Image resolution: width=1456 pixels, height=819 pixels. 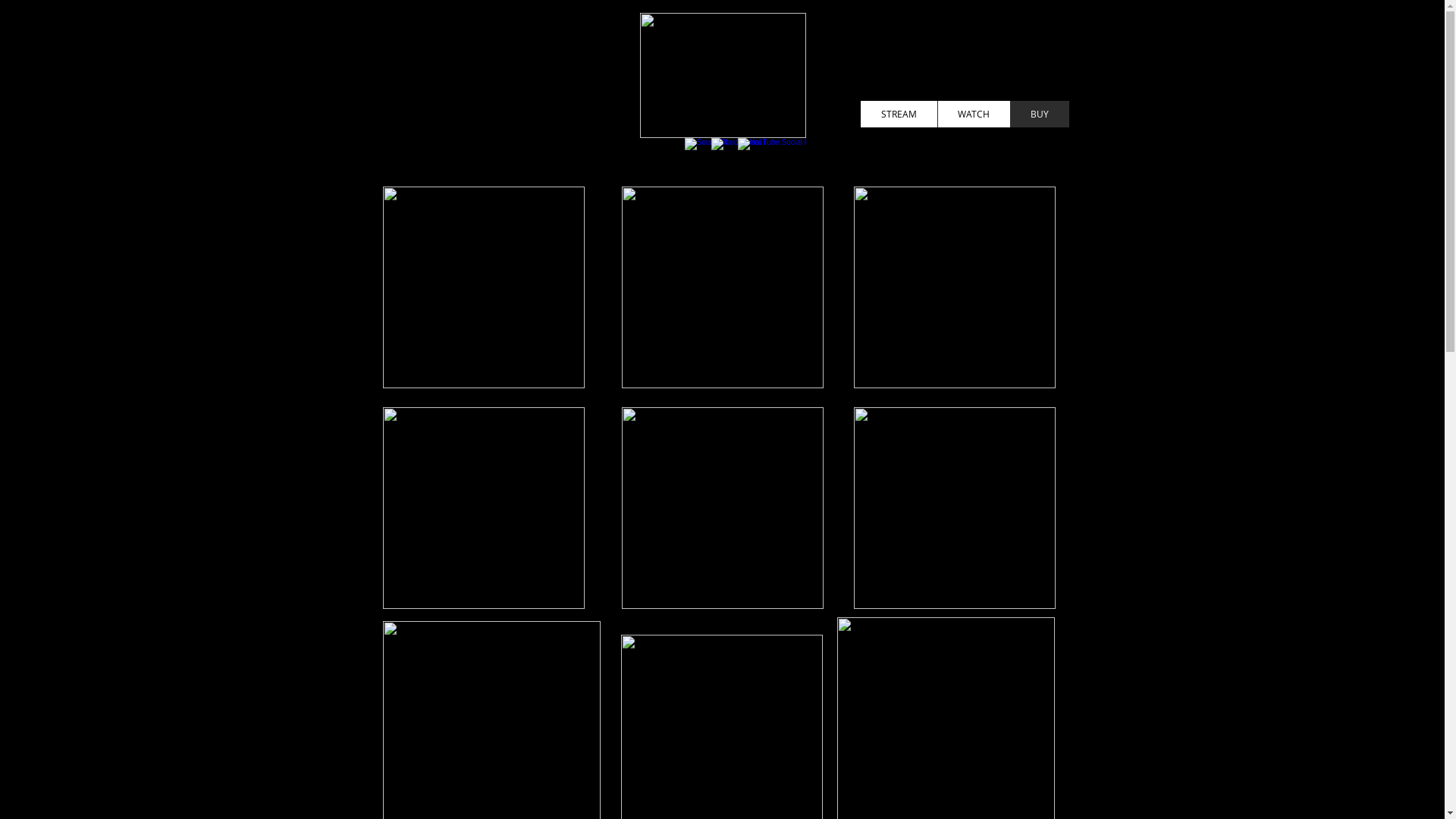 What do you see at coordinates (898, 113) in the screenshot?
I see `'STREAM'` at bounding box center [898, 113].